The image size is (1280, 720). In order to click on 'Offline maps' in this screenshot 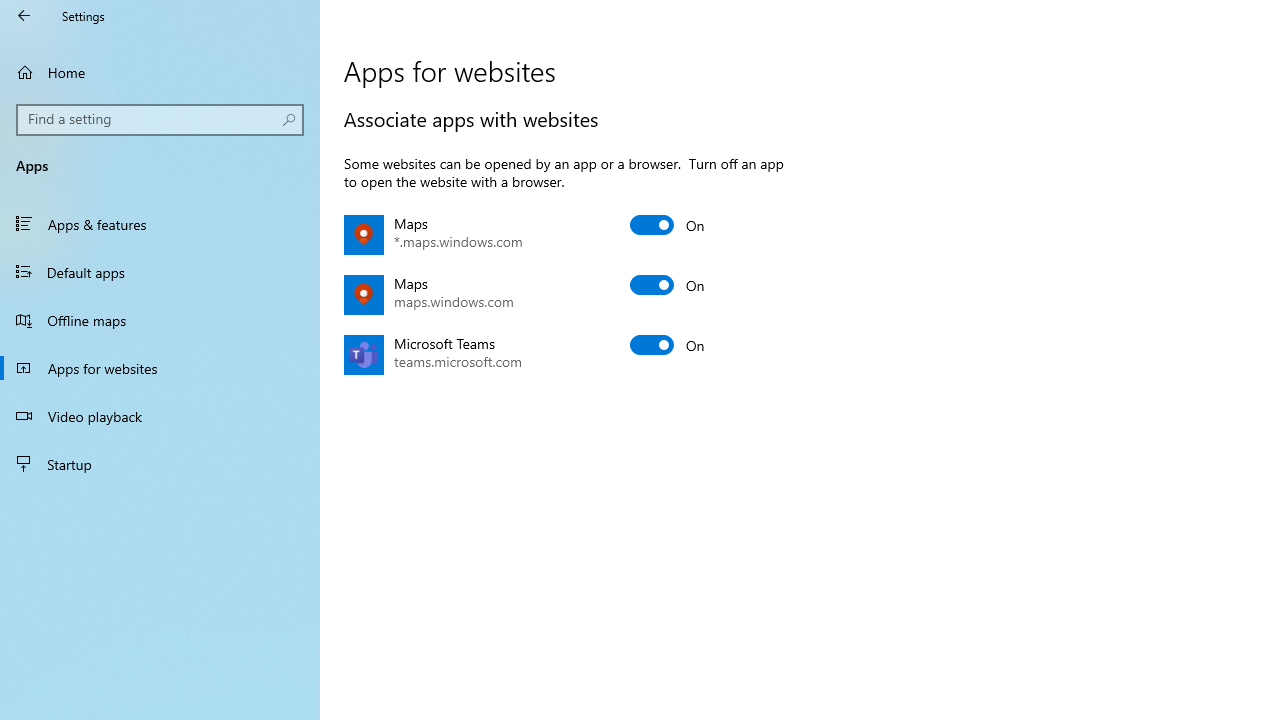, I will do `click(160, 319)`.